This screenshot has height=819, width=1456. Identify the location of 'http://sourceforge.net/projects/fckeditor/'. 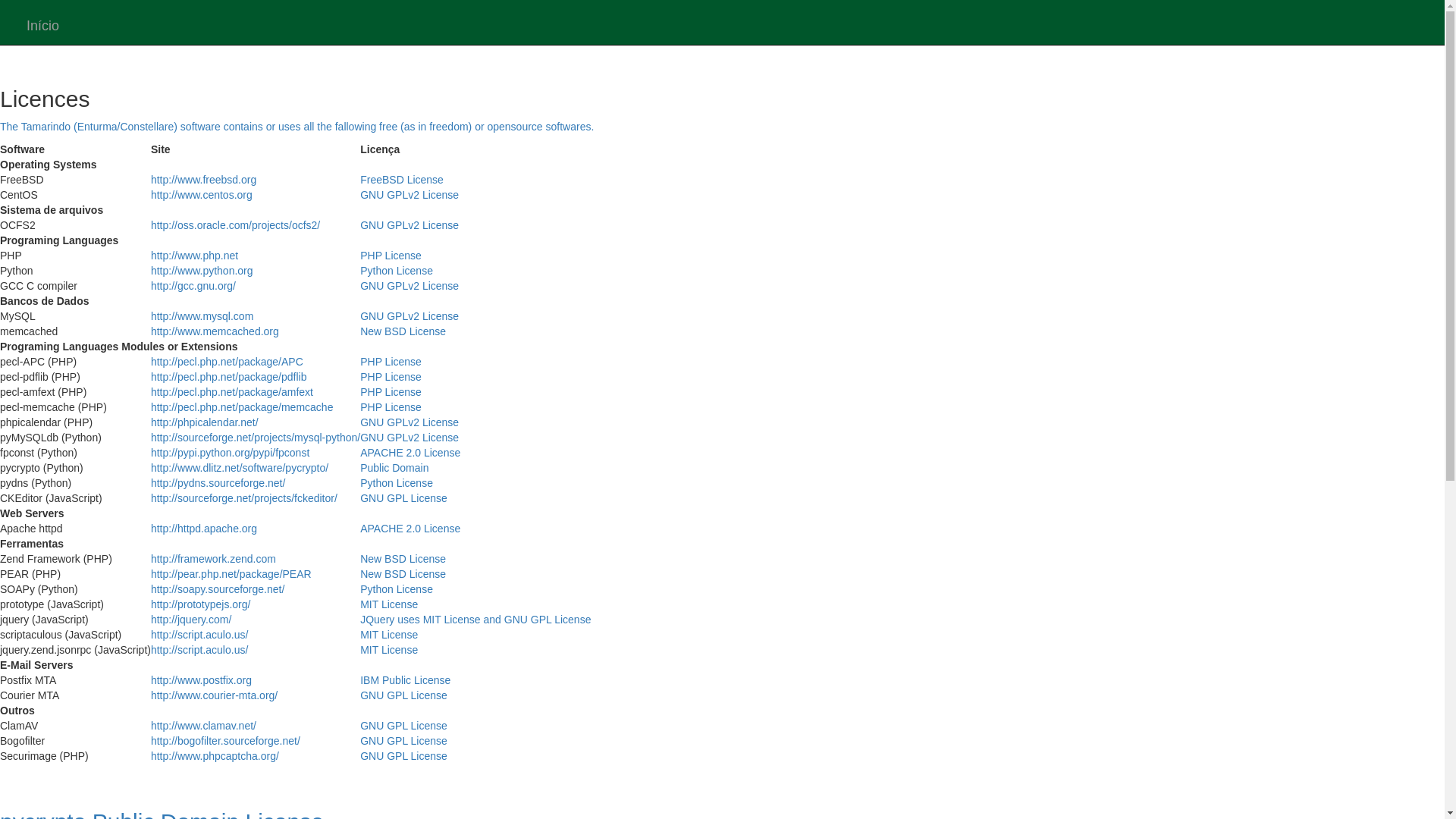
(243, 497).